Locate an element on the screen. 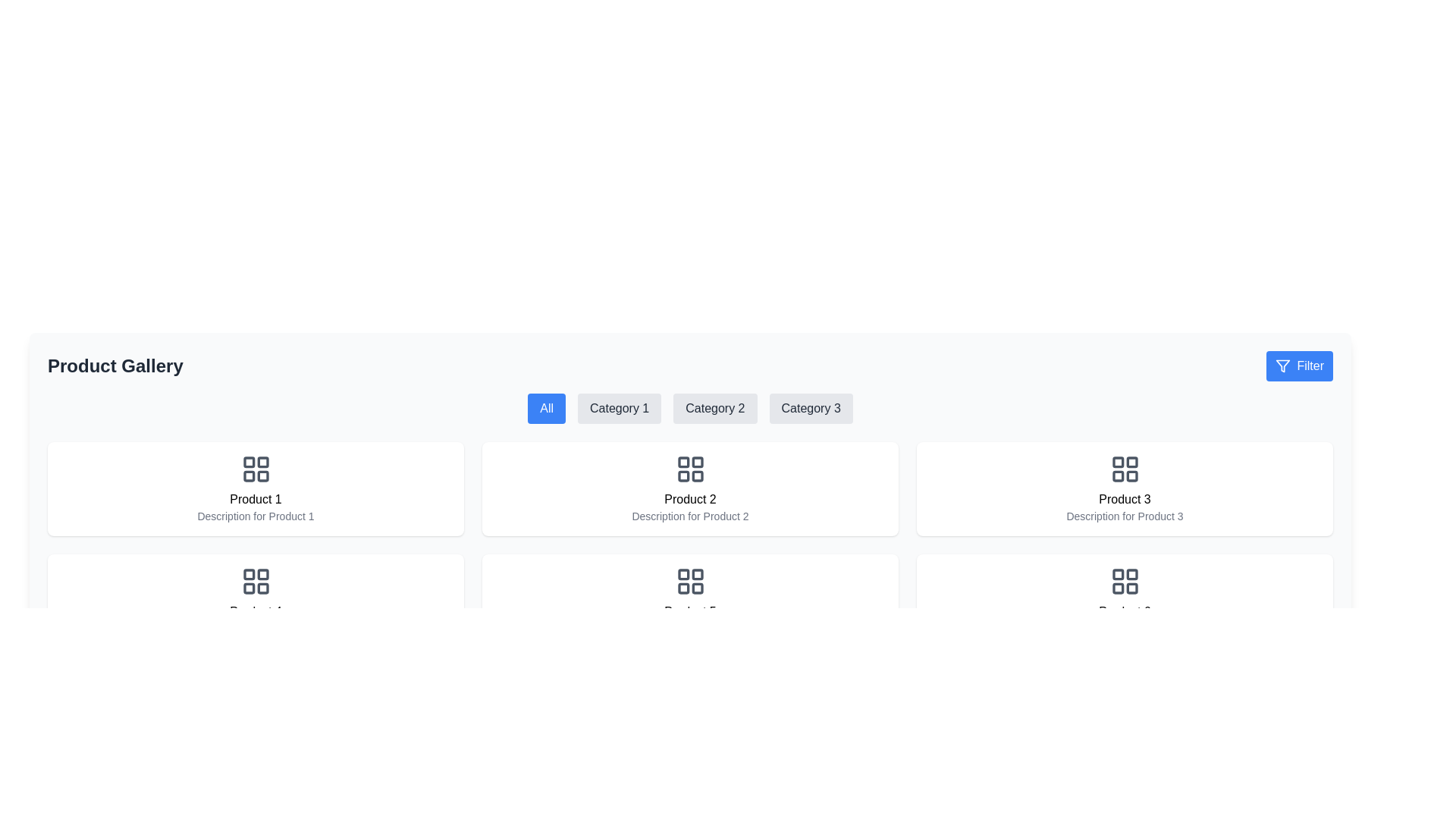 Image resolution: width=1456 pixels, height=819 pixels. the bottom-left square of the grid icon that represents a portion of the grid functionality, which is part of the icon associated with 'Product 2' is located at coordinates (682, 475).